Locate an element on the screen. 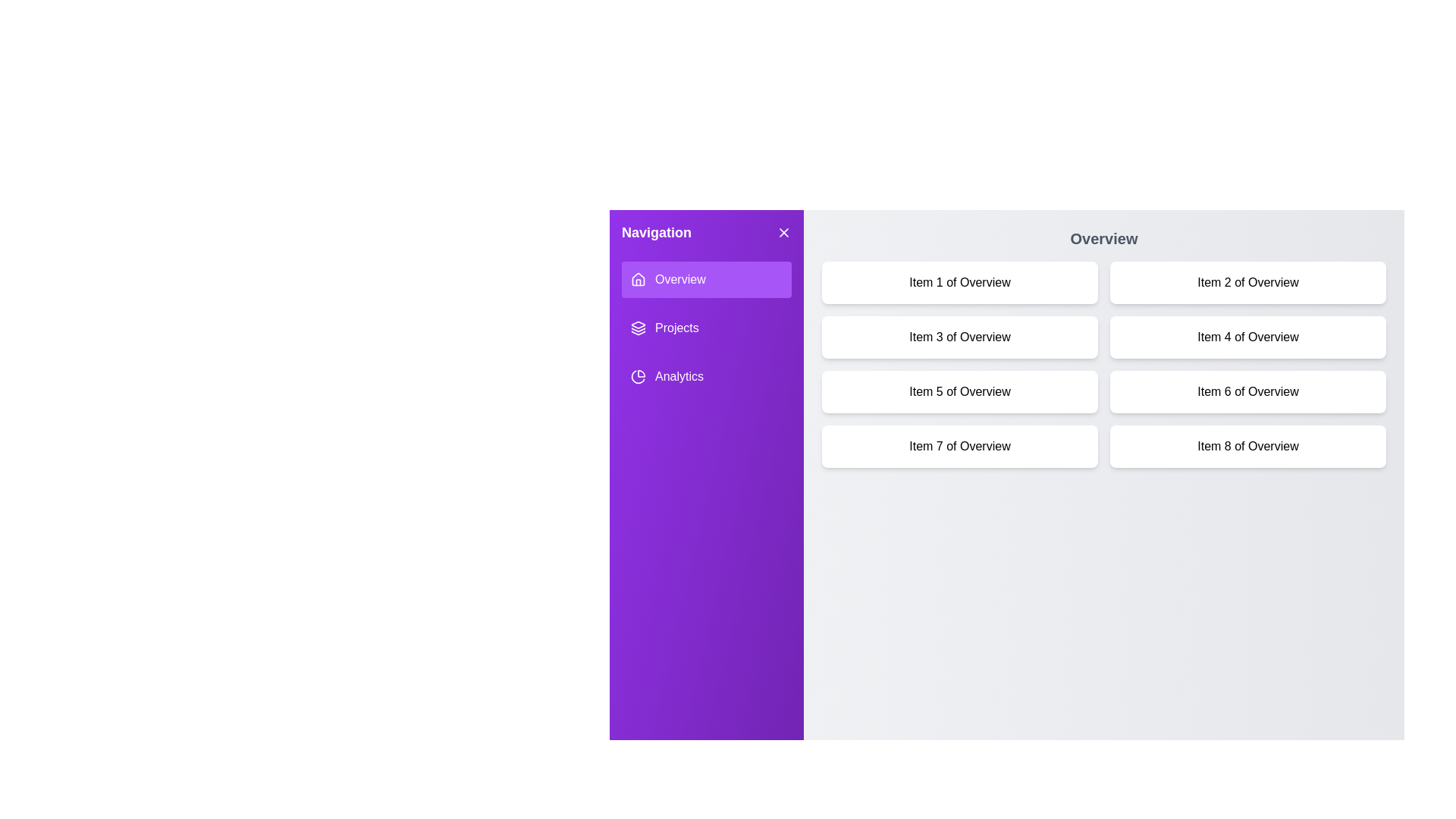 This screenshot has width=1456, height=819. 'X' button to close the drawer is located at coordinates (783, 233).